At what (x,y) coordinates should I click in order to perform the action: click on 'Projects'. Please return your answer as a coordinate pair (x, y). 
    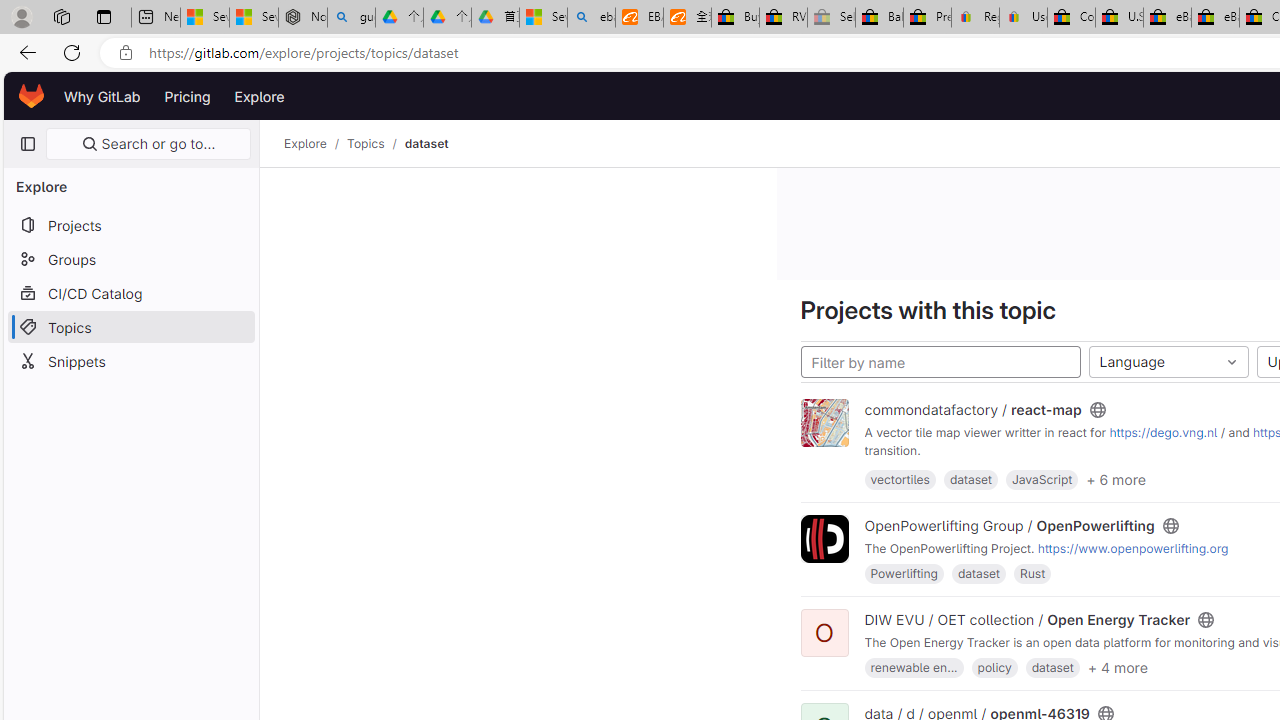
    Looking at the image, I should click on (130, 225).